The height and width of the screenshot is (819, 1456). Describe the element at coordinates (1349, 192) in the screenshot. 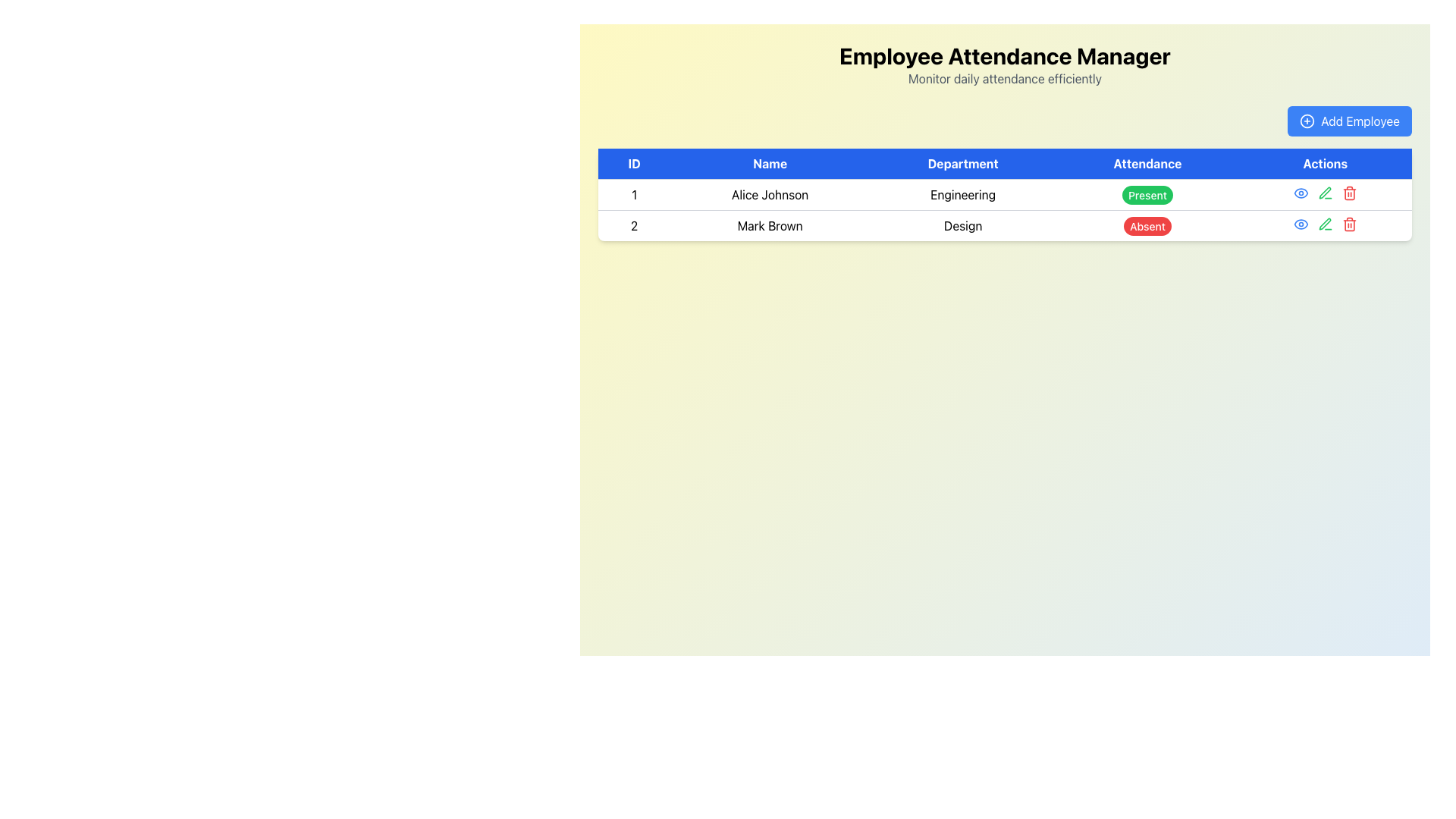

I see `the delete icon in the Actions column of the table row for Mark Brown` at that location.